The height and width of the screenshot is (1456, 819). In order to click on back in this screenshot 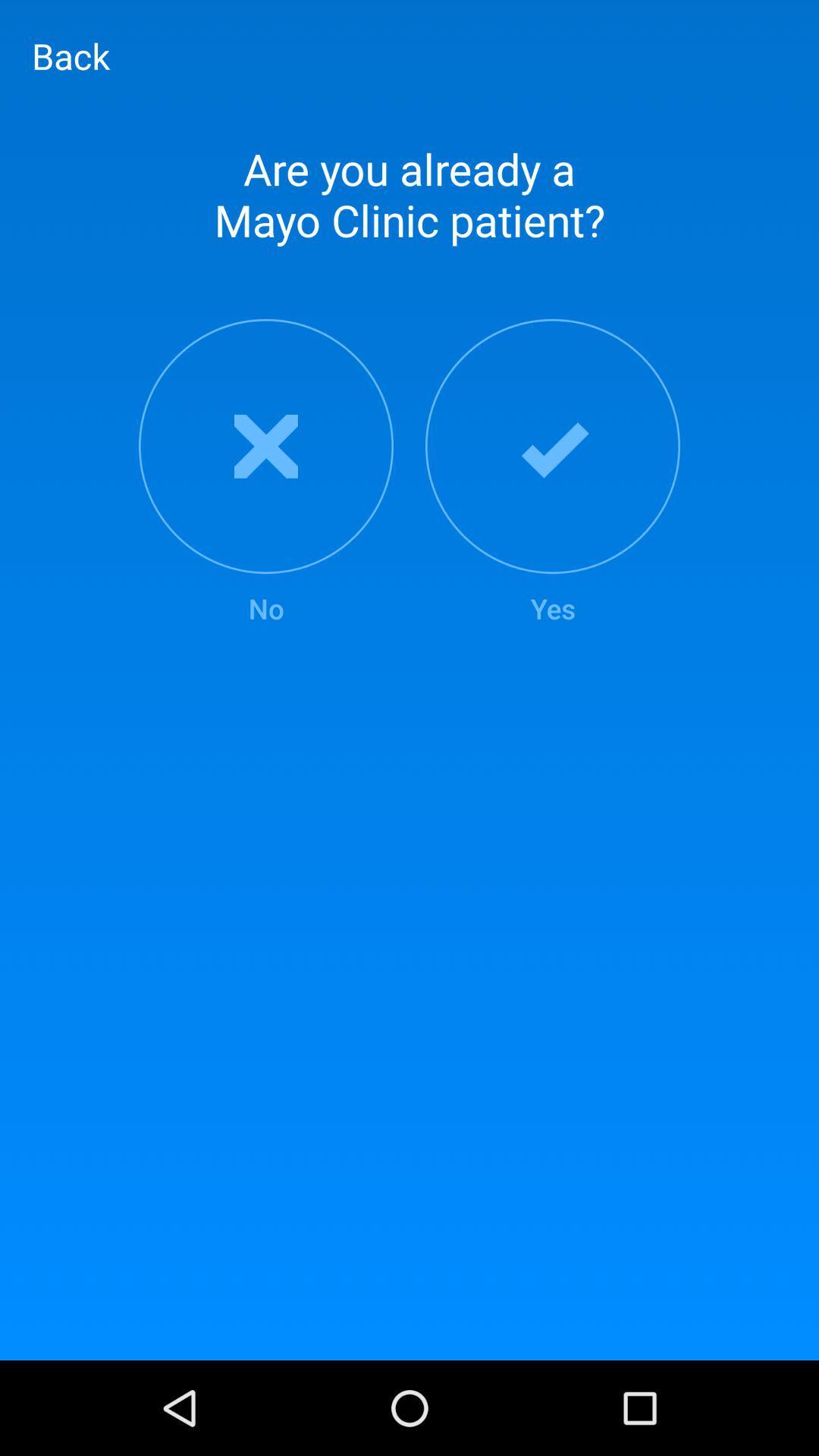, I will do `click(71, 55)`.